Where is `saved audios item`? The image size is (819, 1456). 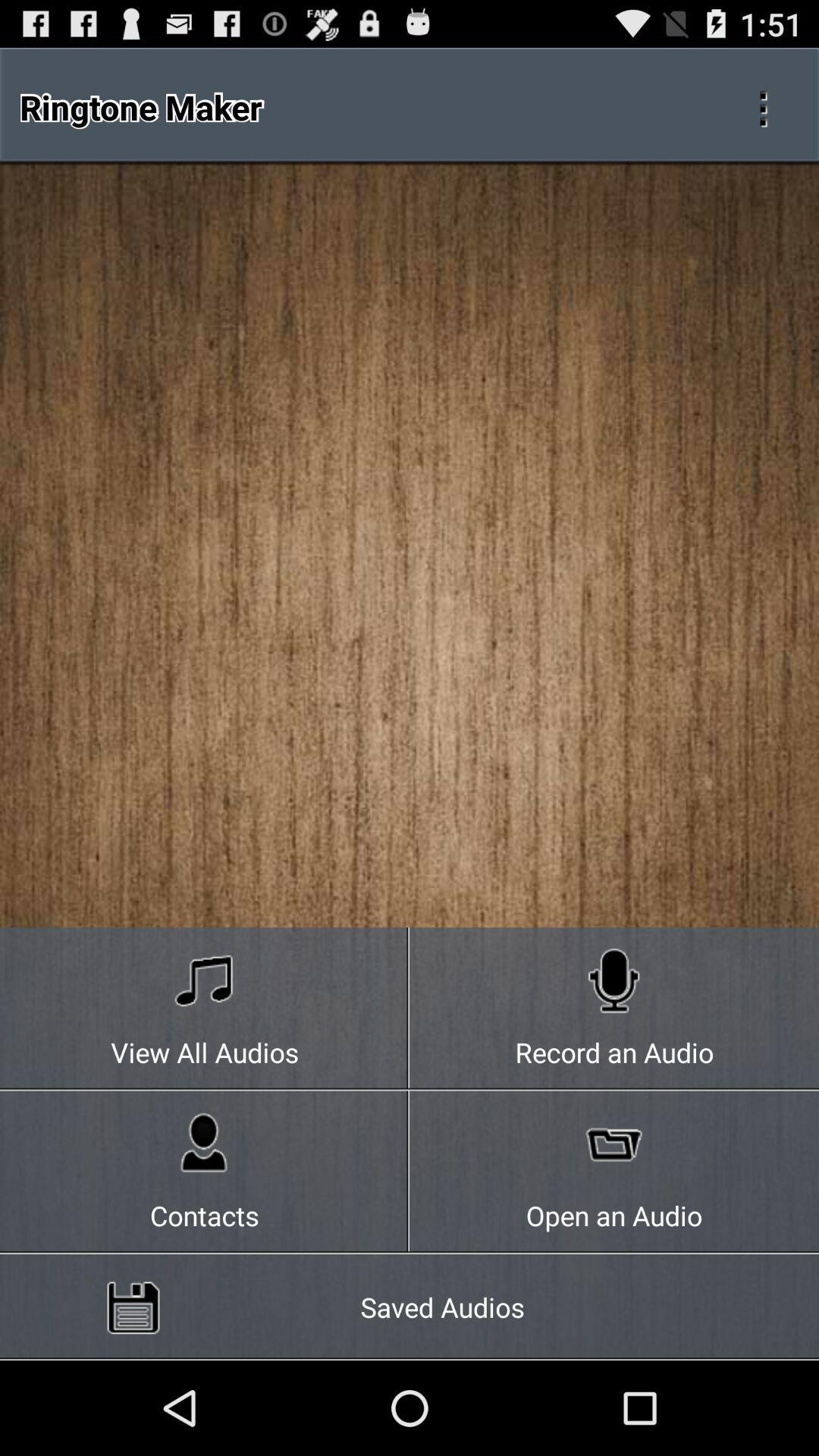 saved audios item is located at coordinates (409, 1306).